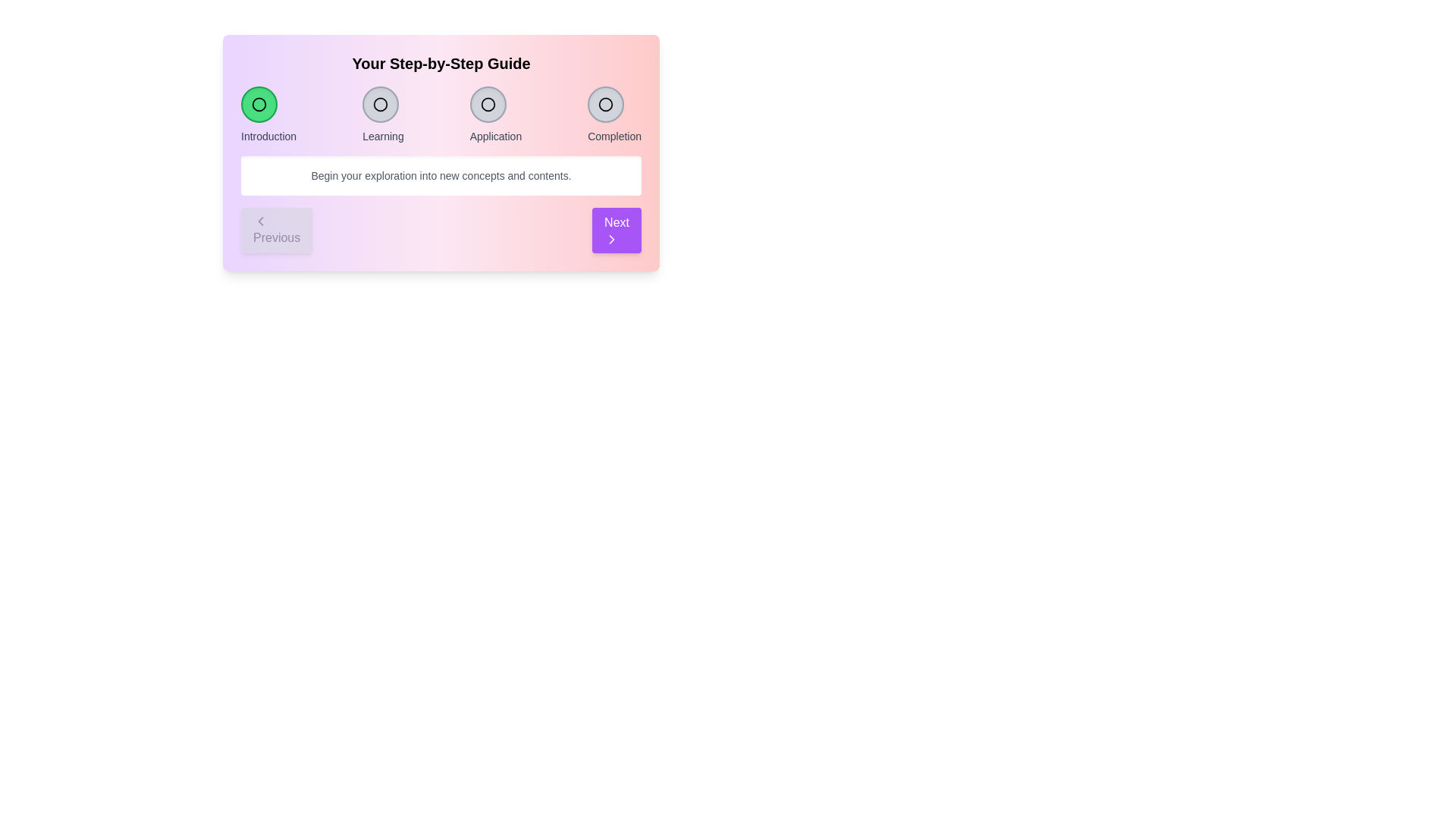 Image resolution: width=1456 pixels, height=819 pixels. Describe the element at coordinates (488, 104) in the screenshot. I see `the decorative SVG icon, which is the third icon in a horizontal sequence of four icons, positioned to the right of the second icon and to the left of the fourth icon` at that location.